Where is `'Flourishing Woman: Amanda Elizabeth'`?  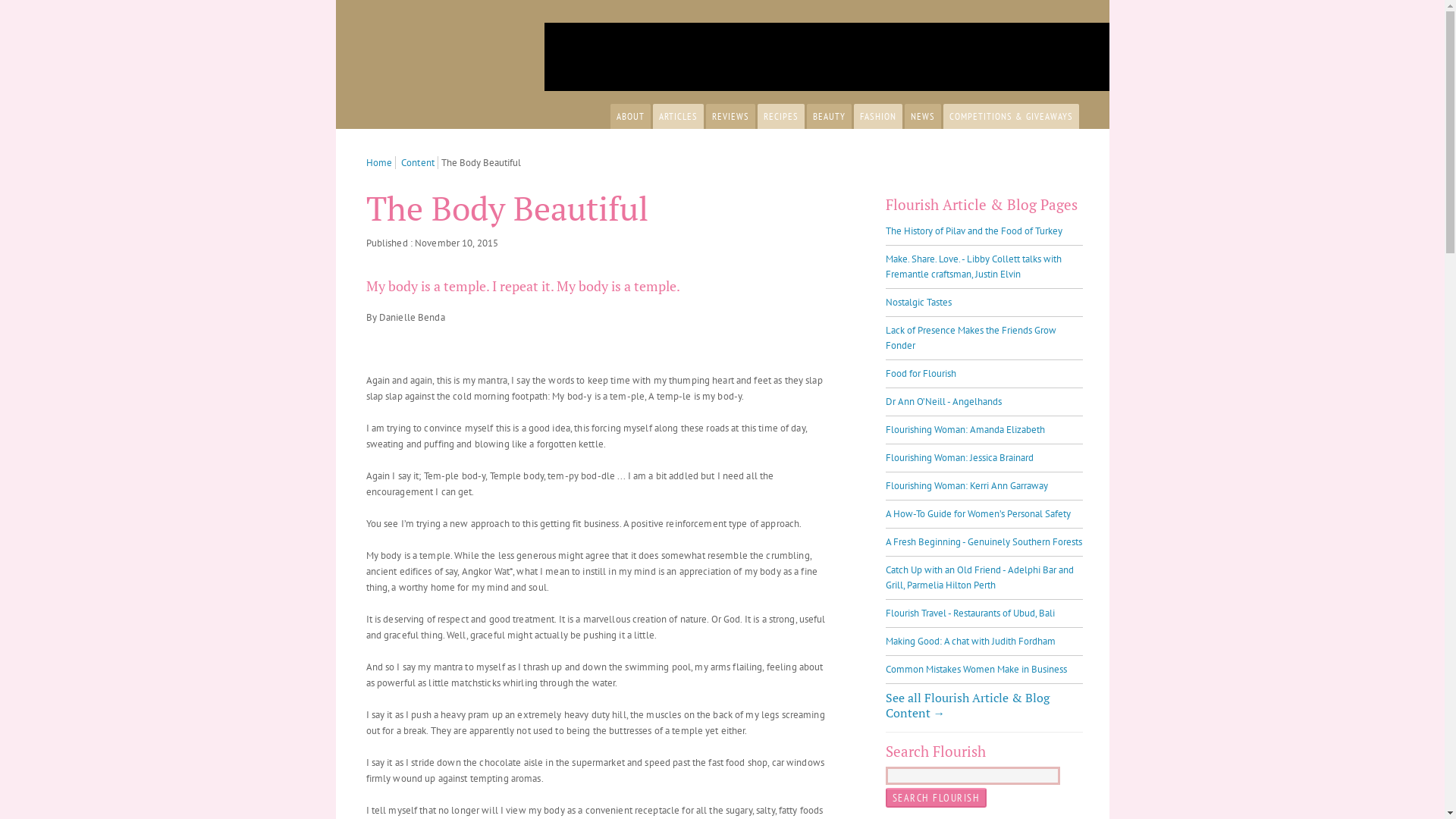
'Flourishing Woman: Amanda Elizabeth' is located at coordinates (964, 429).